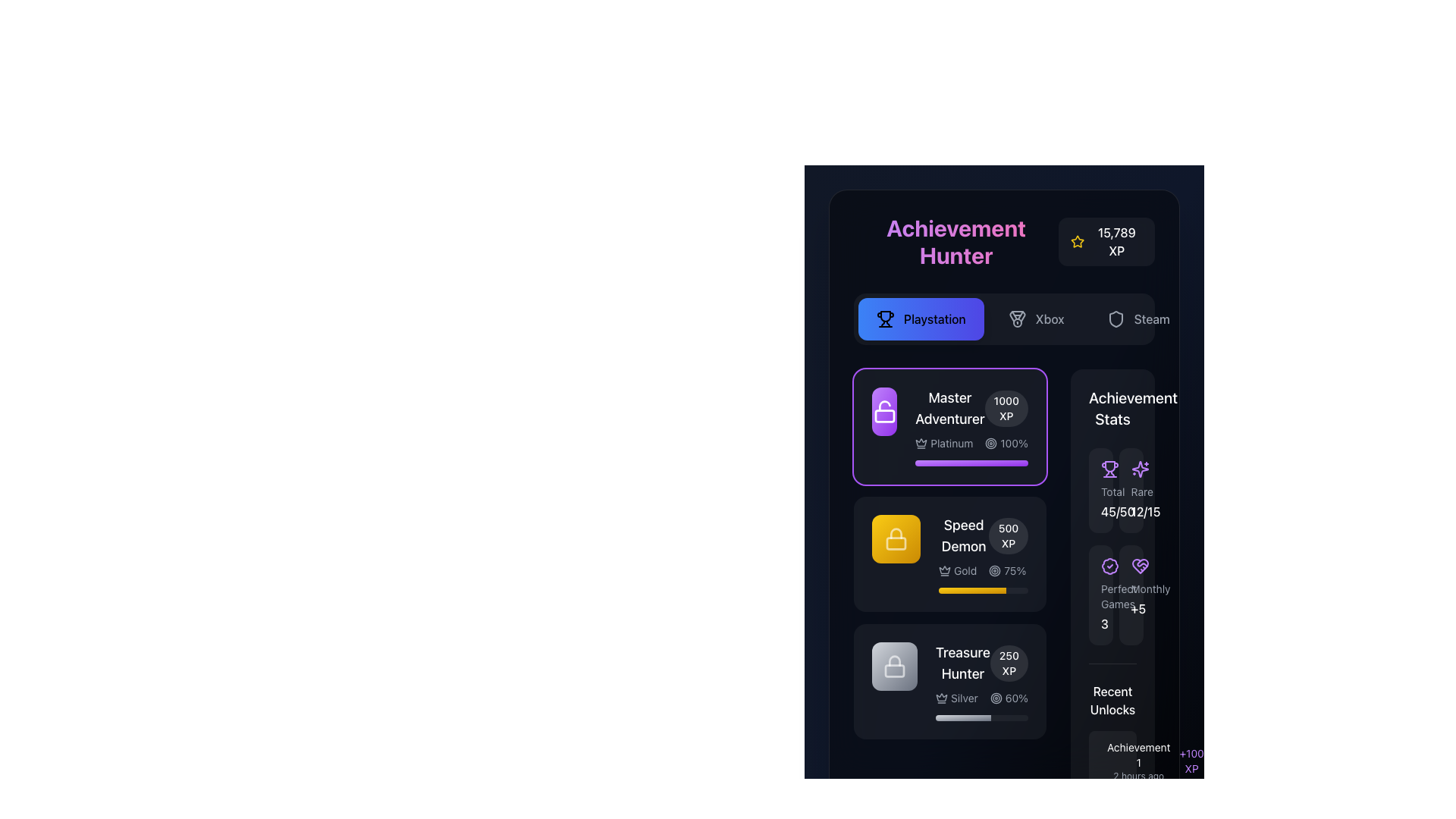 The width and height of the screenshot is (1456, 819). What do you see at coordinates (1035, 318) in the screenshot?
I see `the 'xbox' category button located between the 'playstation' and 'steam' buttons` at bounding box center [1035, 318].